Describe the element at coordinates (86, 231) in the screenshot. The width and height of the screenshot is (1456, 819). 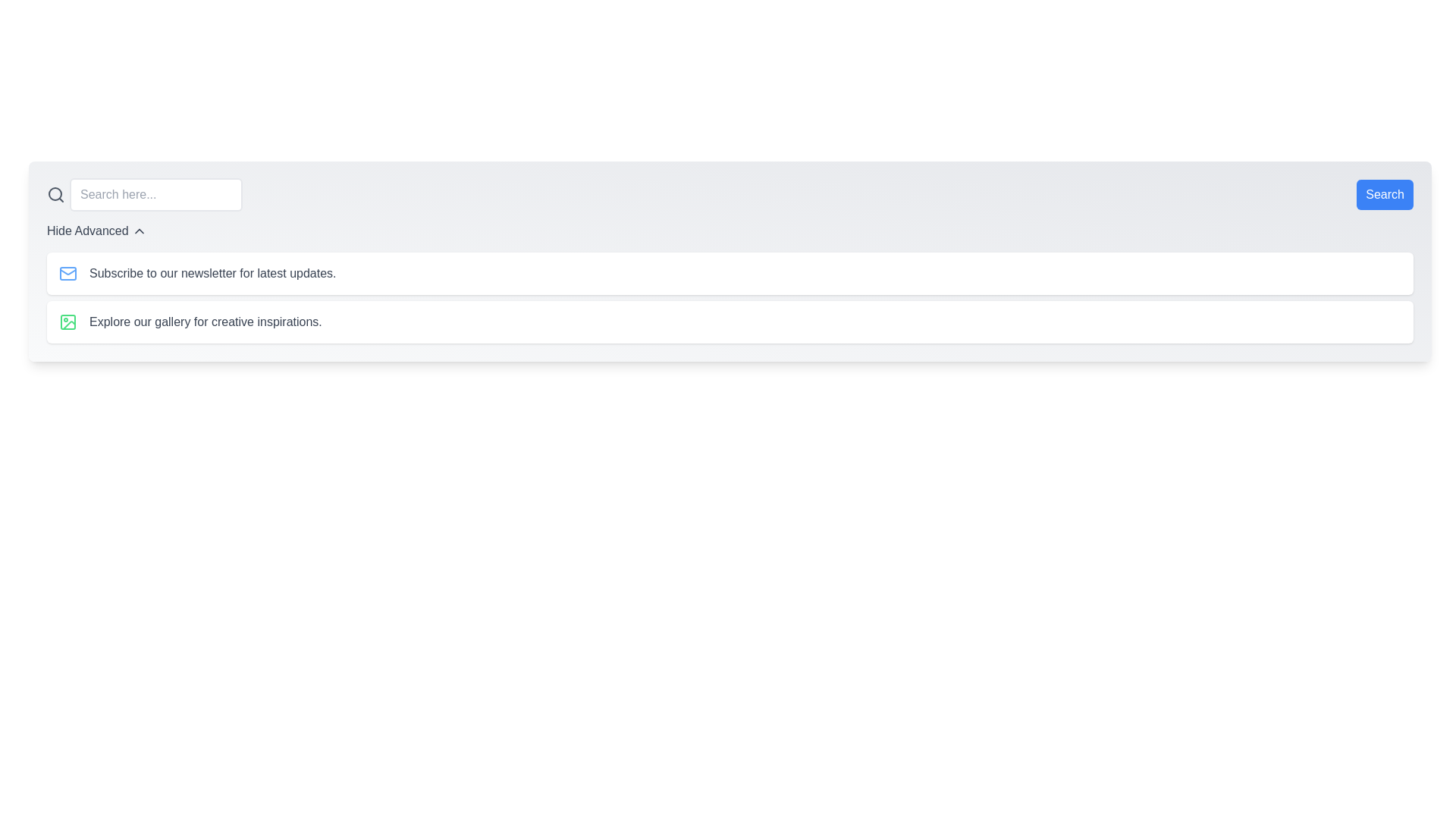
I see `the text label located` at that location.